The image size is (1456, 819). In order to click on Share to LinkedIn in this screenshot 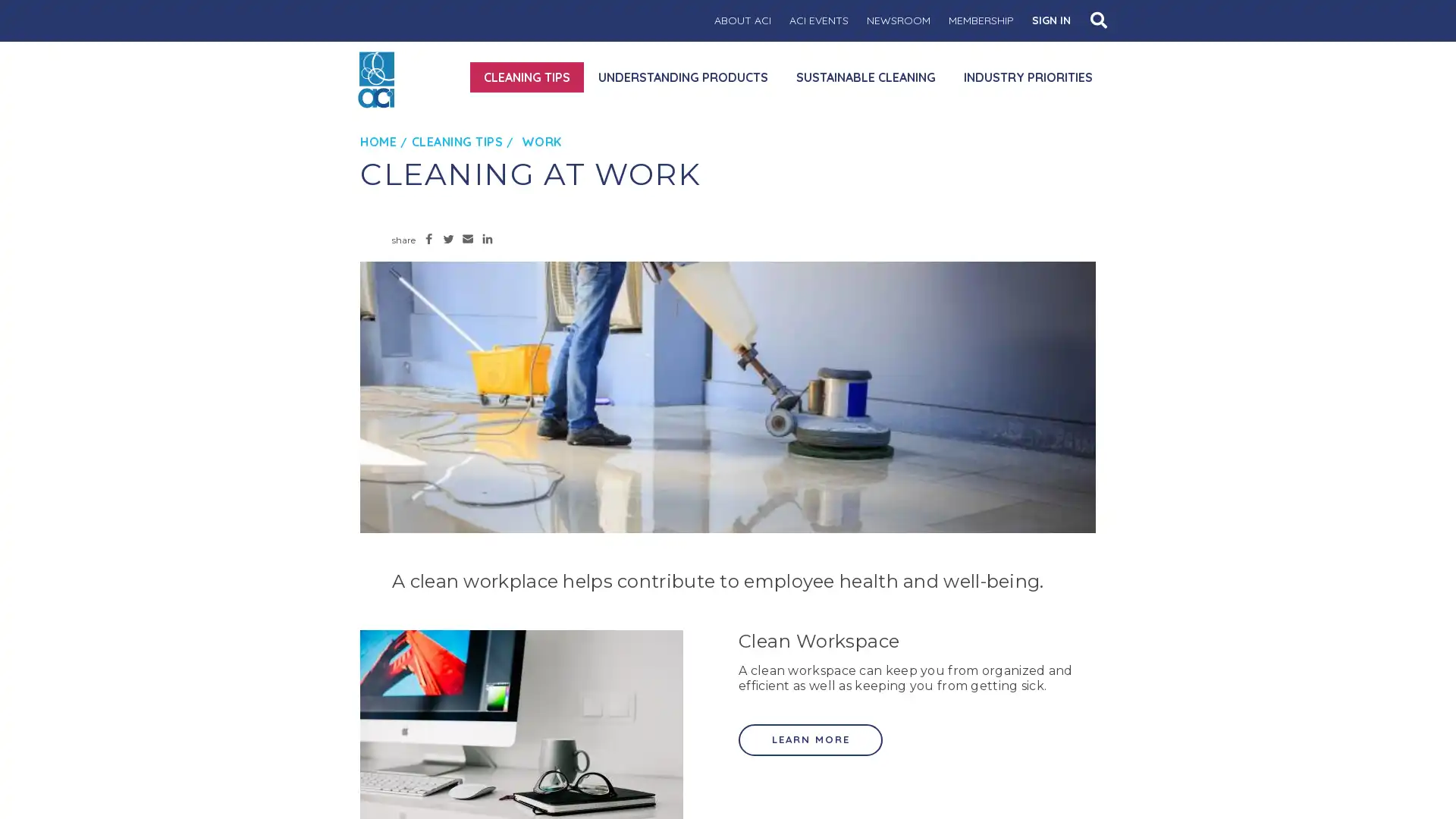, I will do `click(482, 239)`.